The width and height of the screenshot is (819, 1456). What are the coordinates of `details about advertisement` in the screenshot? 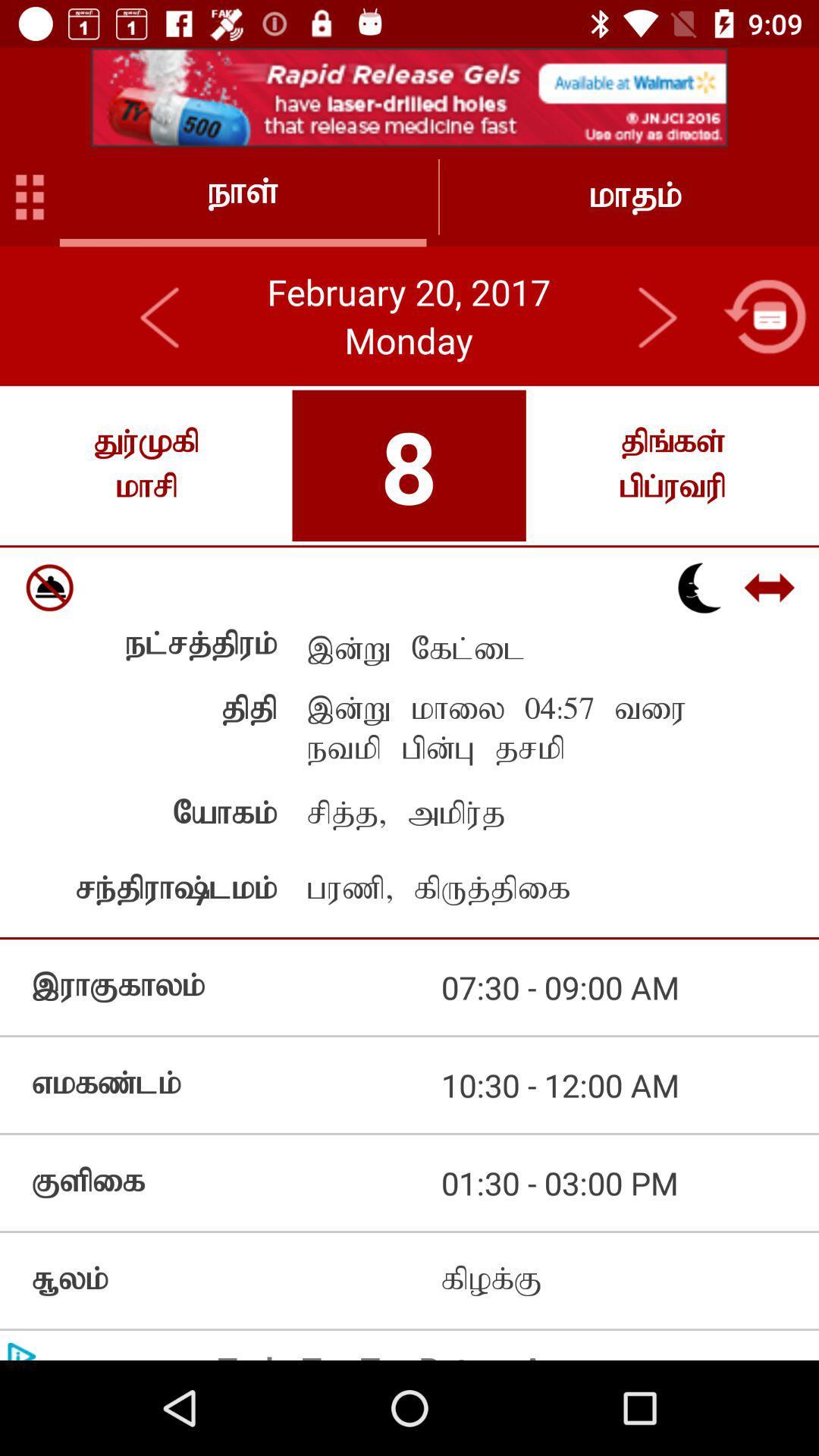 It's located at (409, 96).